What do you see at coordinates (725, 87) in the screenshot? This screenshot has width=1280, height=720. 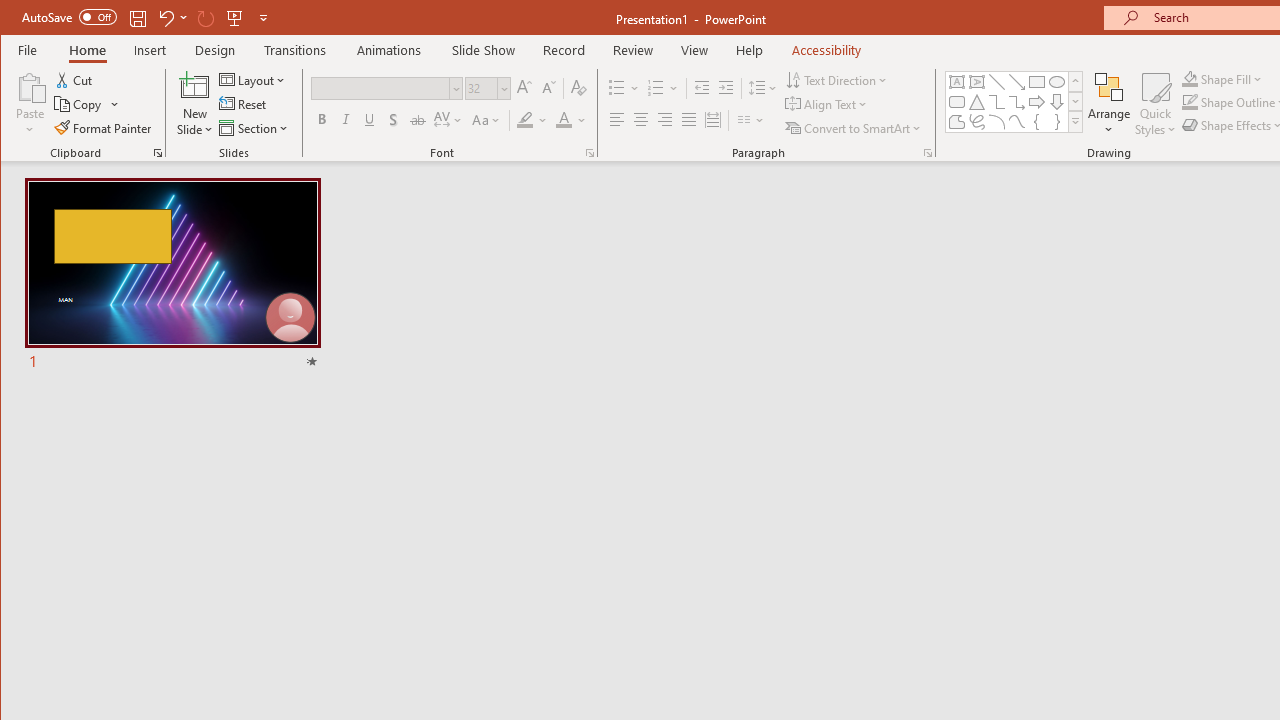 I see `'Increase Indent'` at bounding box center [725, 87].